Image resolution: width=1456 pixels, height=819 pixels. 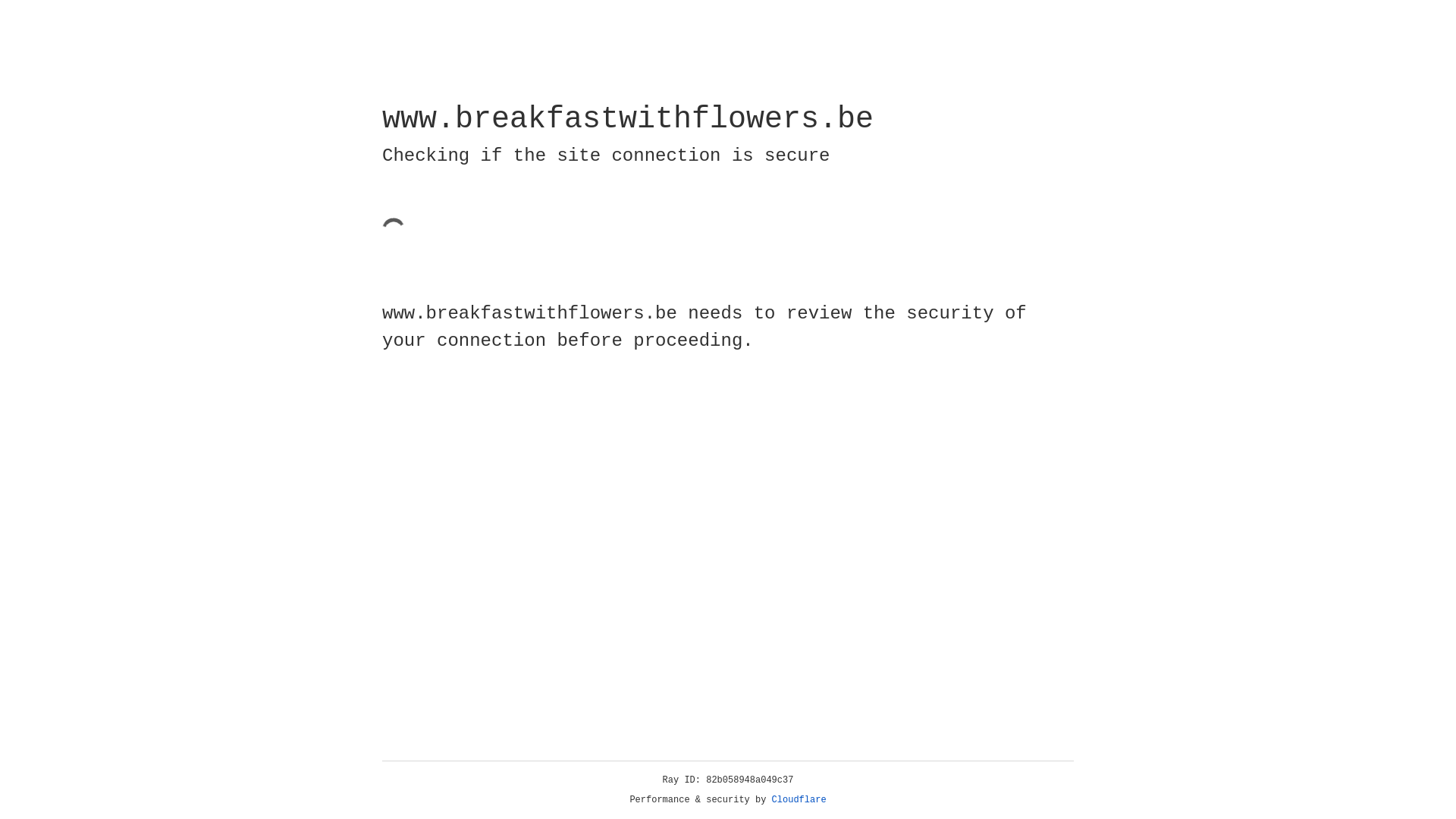 I want to click on 'Cloudflare', so click(x=799, y=799).